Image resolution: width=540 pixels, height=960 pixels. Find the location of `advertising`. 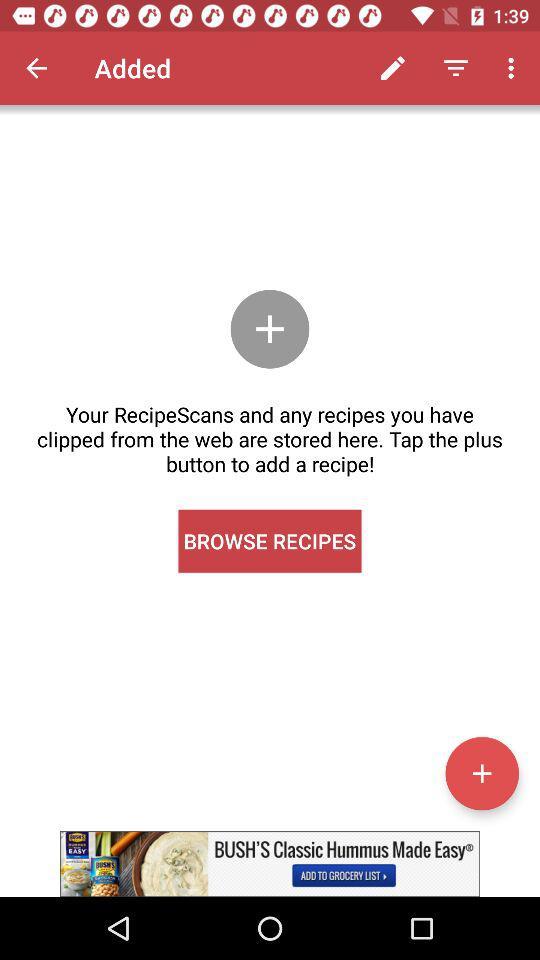

advertising is located at coordinates (270, 863).